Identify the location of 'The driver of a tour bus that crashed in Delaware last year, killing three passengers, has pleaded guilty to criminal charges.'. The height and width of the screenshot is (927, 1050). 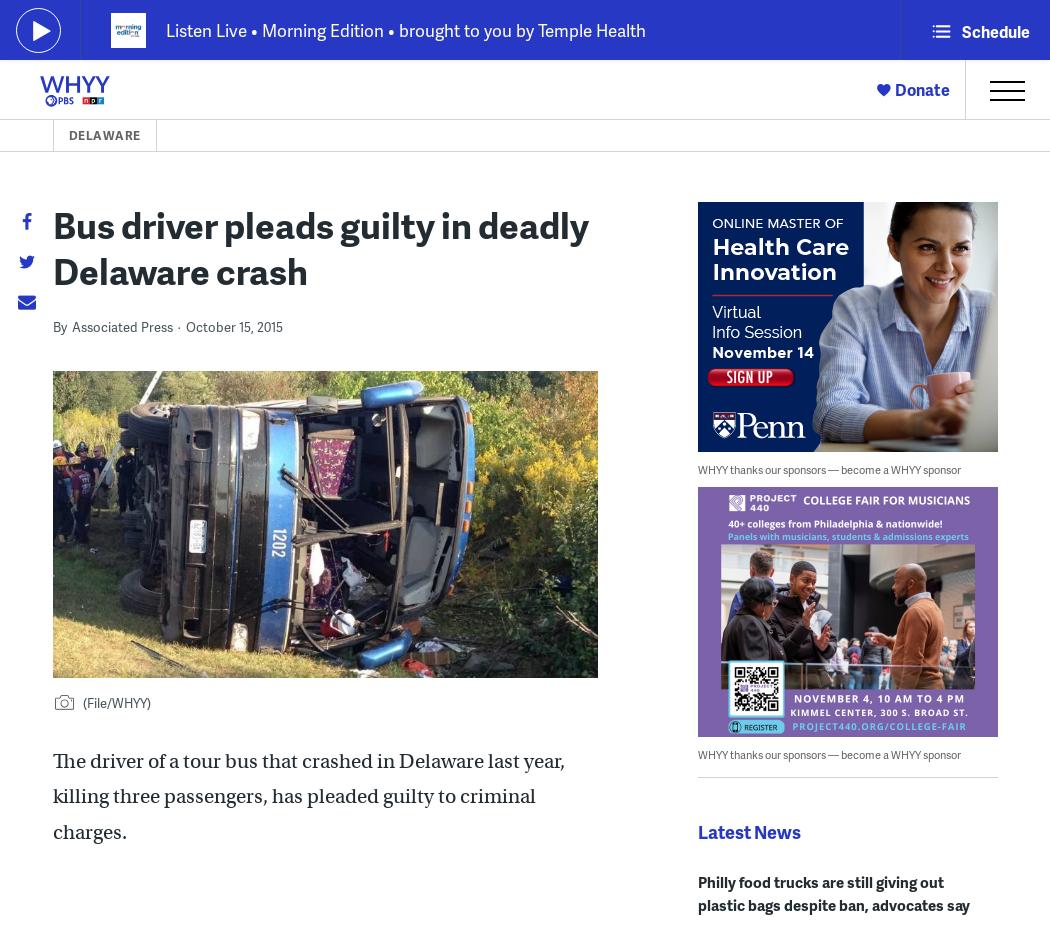
(307, 796).